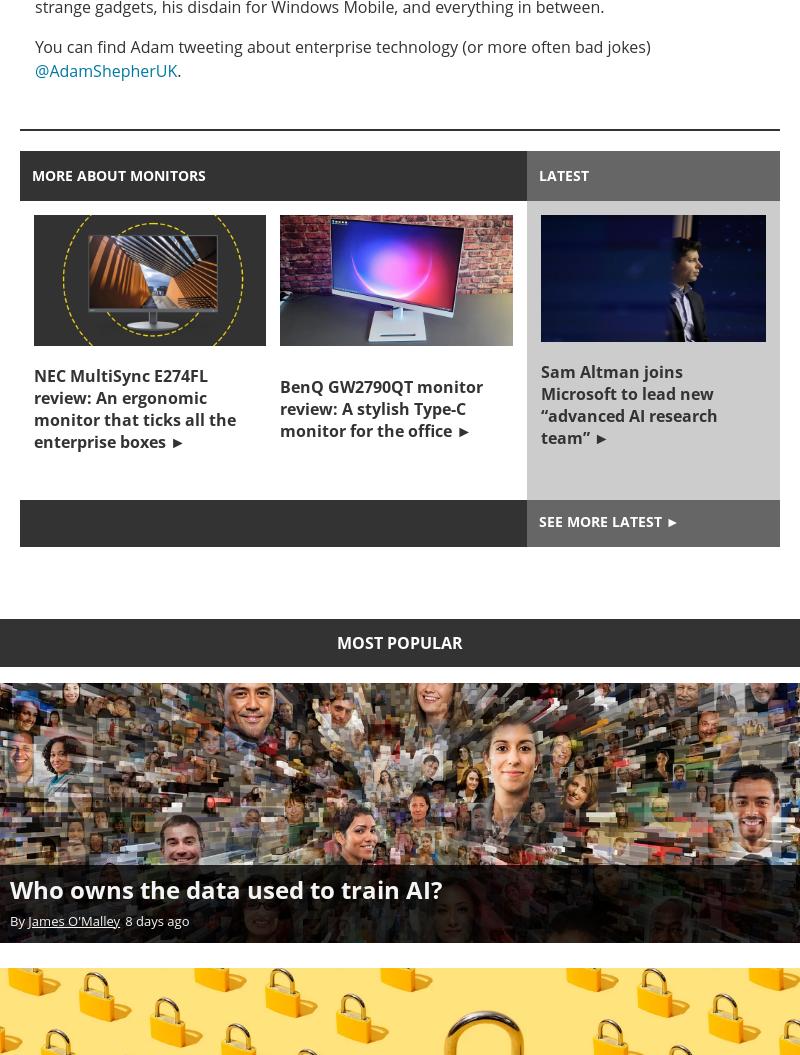 The width and height of the screenshot is (800, 1055). What do you see at coordinates (19, 918) in the screenshot?
I see `'By'` at bounding box center [19, 918].